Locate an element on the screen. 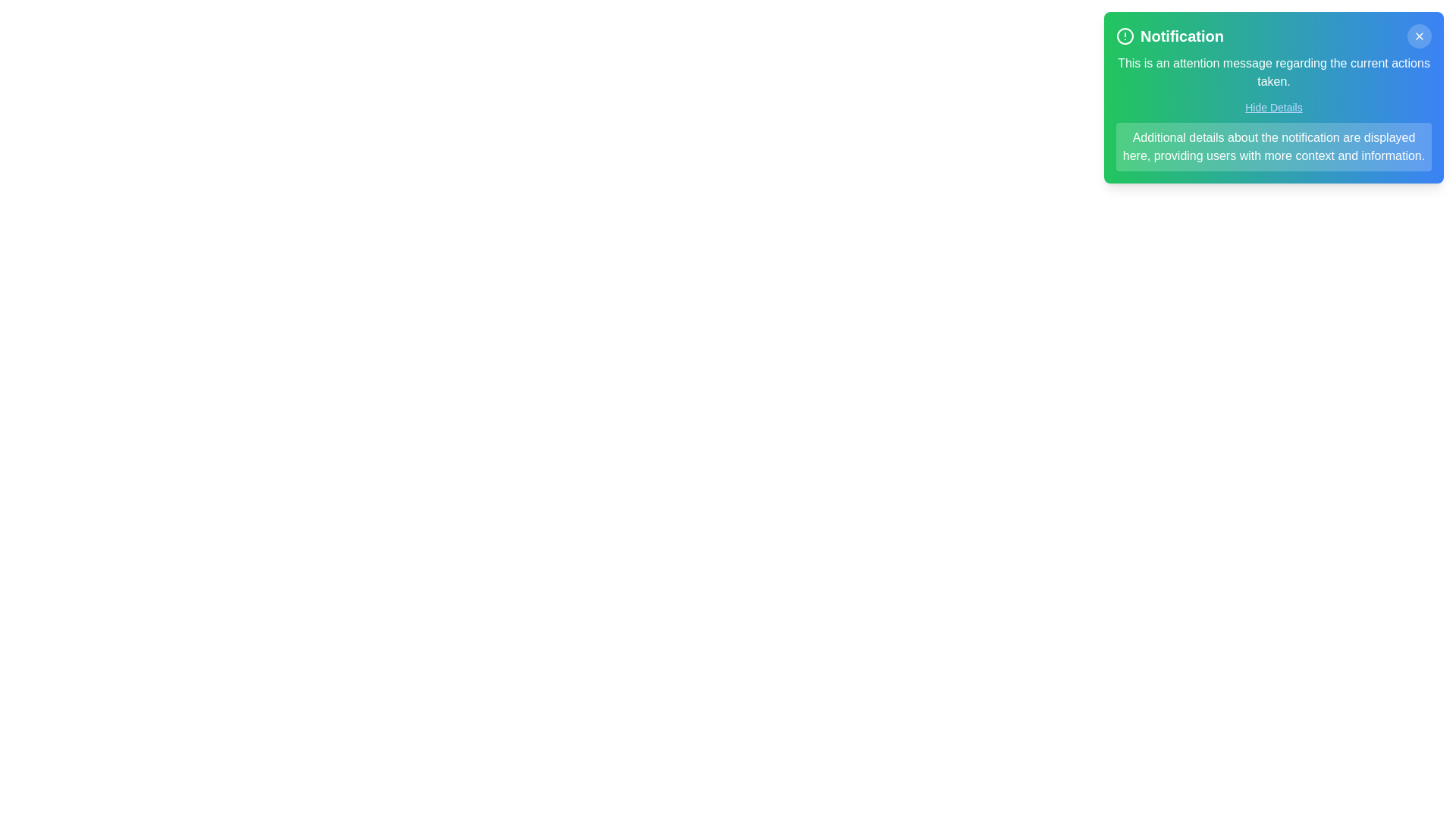 The height and width of the screenshot is (819, 1456). close button to dismiss the notification is located at coordinates (1419, 35).